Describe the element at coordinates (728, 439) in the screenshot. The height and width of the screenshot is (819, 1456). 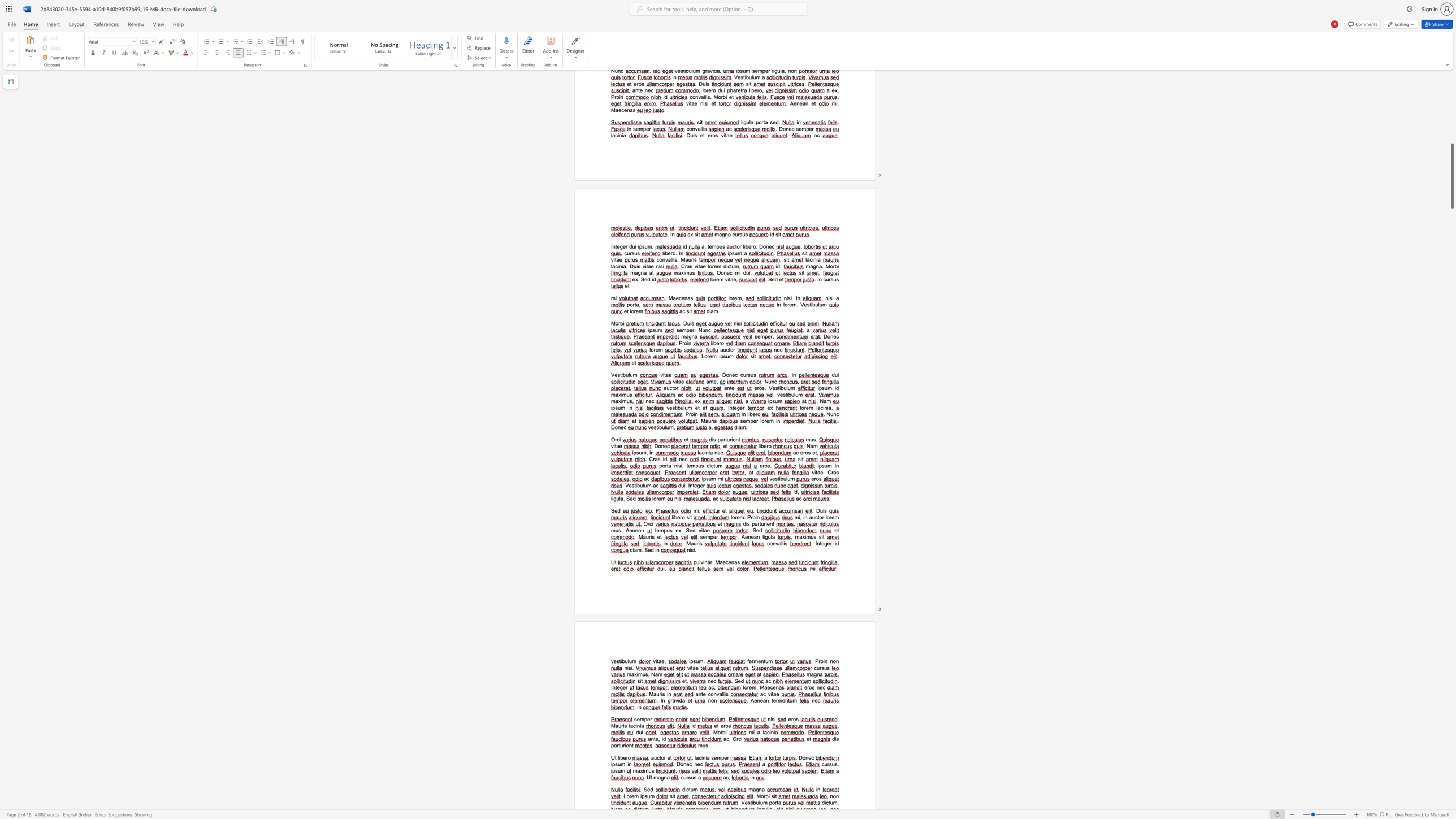
I see `the 1th character "u" in the text` at that location.